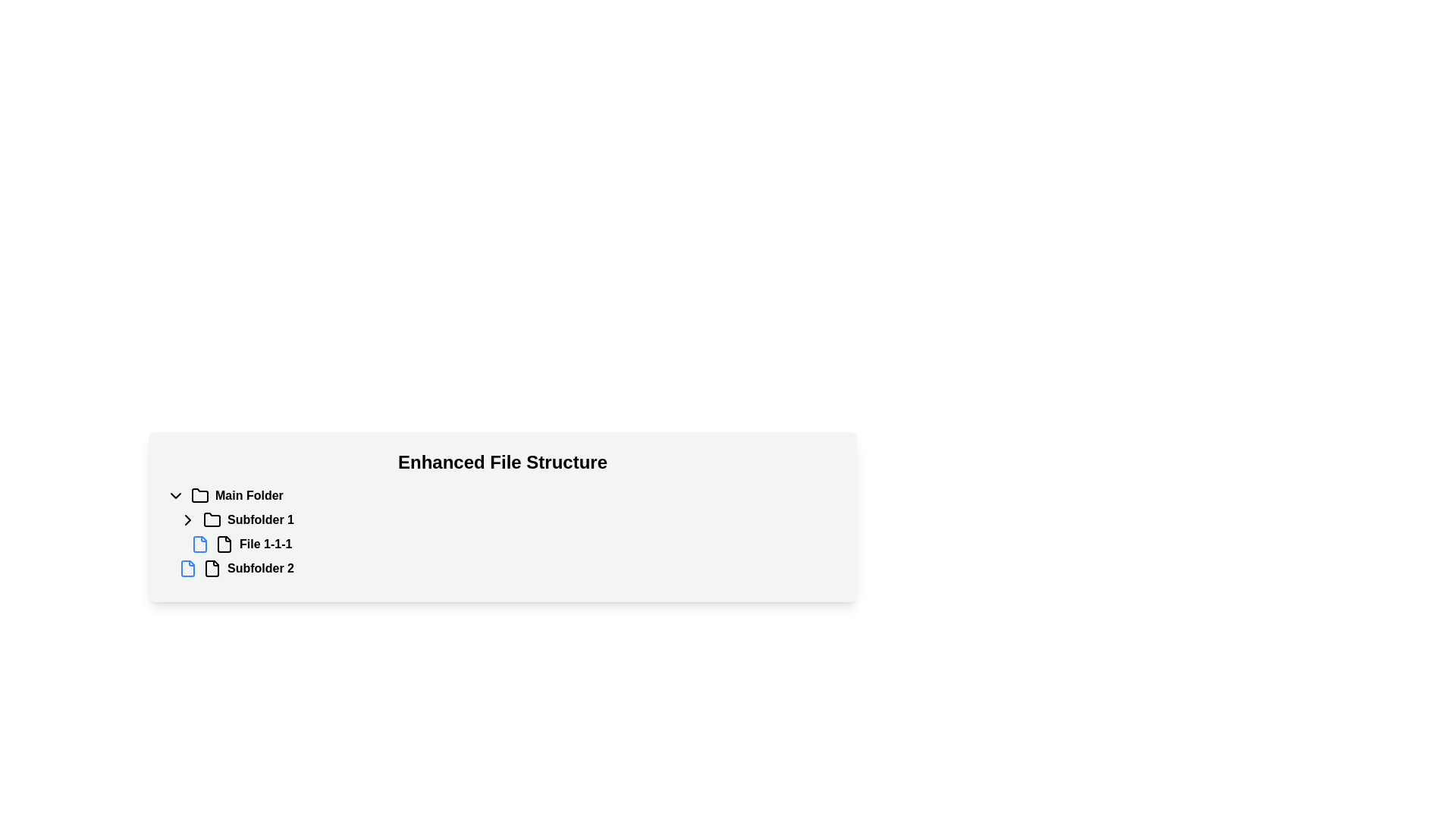 This screenshot has width=1456, height=819. I want to click on the rightward-pointing chevron icon, so click(187, 519).